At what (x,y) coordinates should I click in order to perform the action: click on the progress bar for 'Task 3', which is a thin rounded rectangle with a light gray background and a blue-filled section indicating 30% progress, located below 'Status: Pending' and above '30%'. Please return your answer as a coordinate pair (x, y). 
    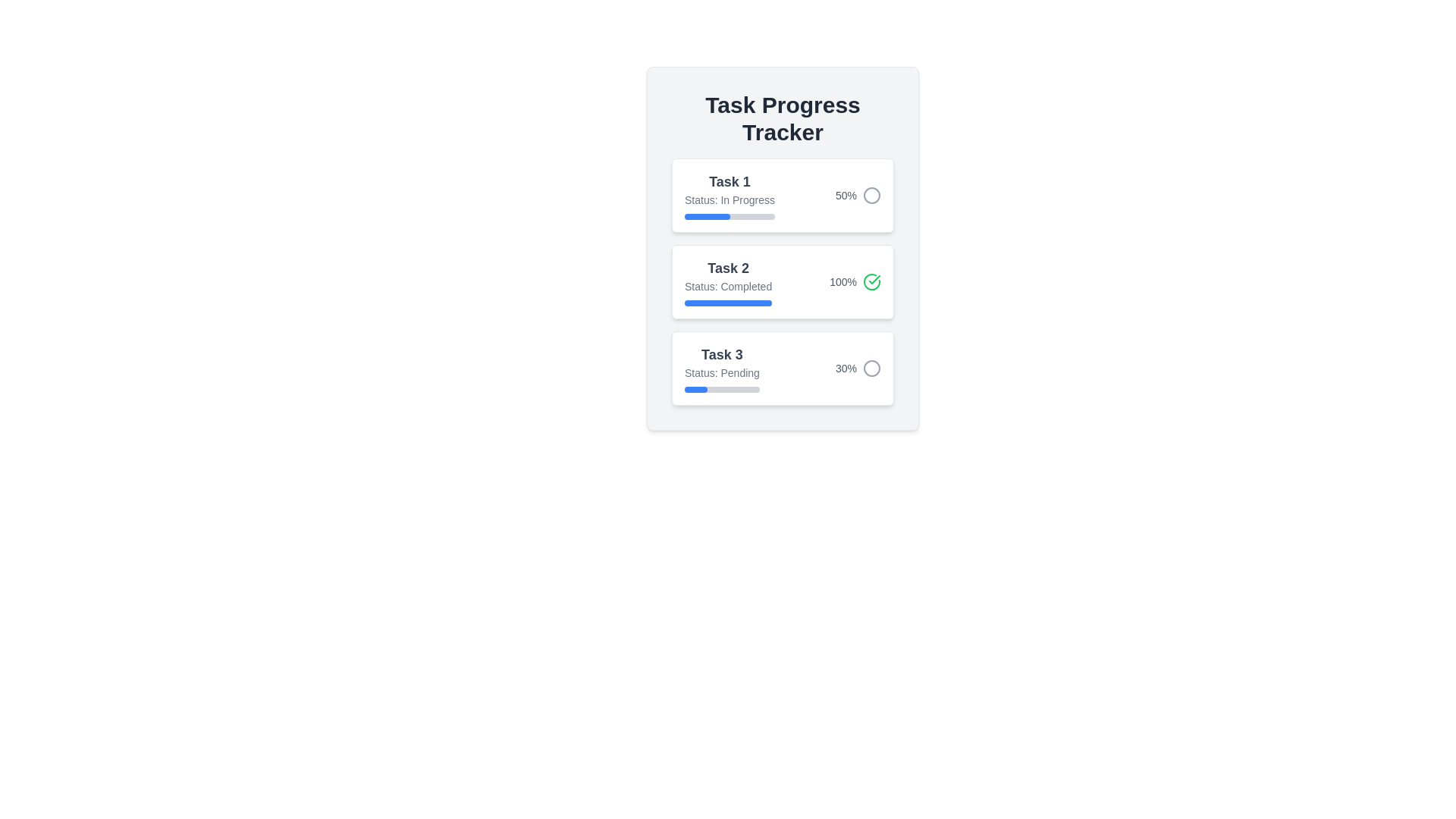
    Looking at the image, I should click on (721, 388).